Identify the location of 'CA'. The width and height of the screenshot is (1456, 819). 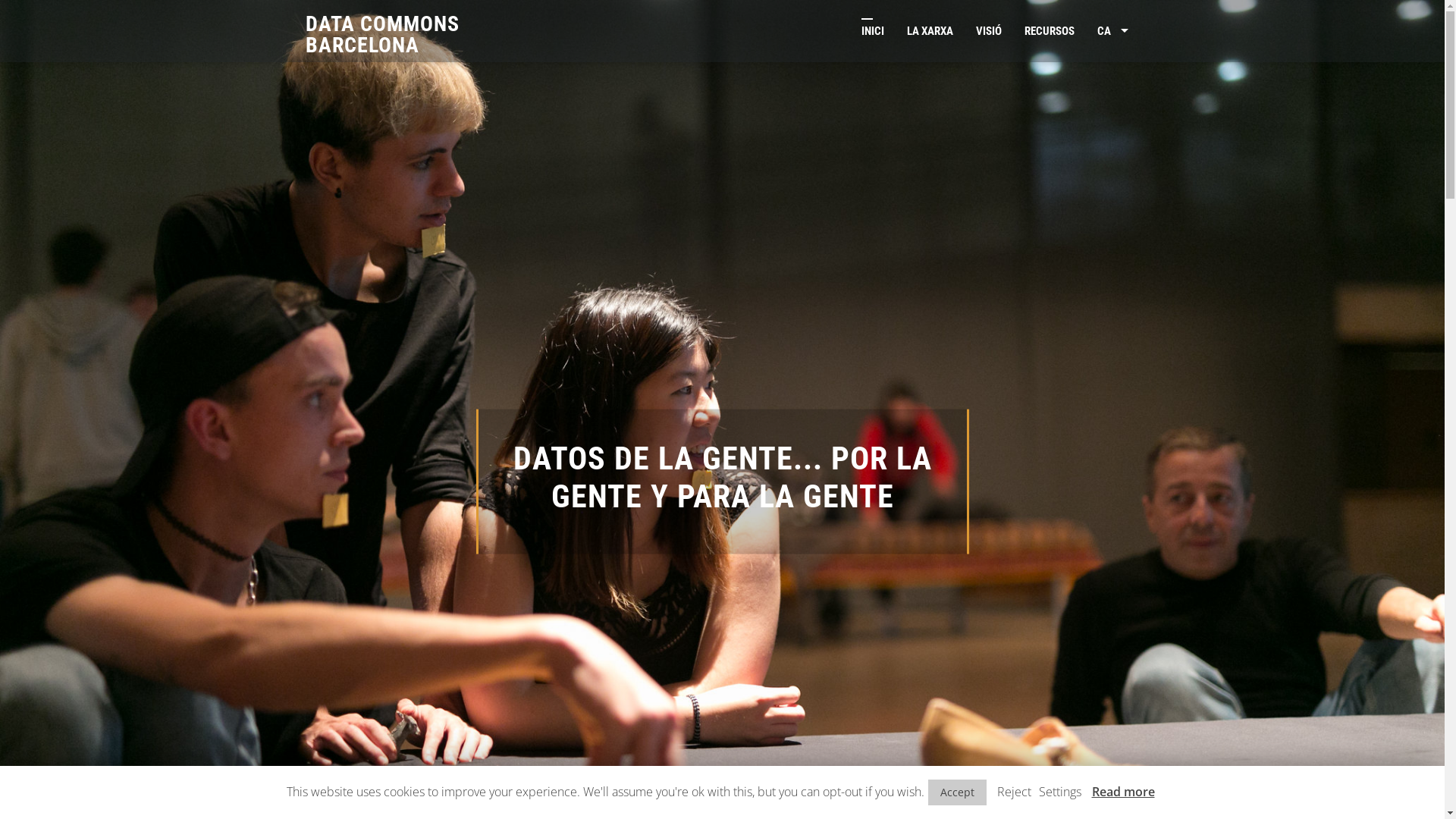
(1112, 31).